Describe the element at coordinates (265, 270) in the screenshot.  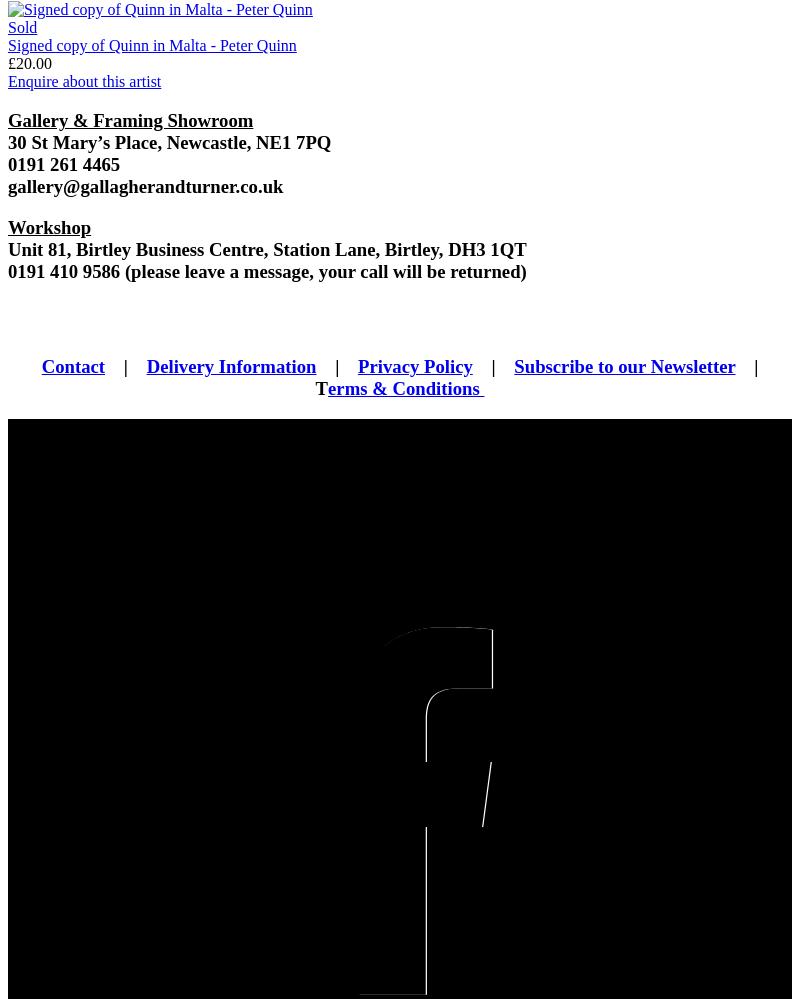
I see `'0191 410 9586 (please leave a message, your call will be returned)'` at that location.